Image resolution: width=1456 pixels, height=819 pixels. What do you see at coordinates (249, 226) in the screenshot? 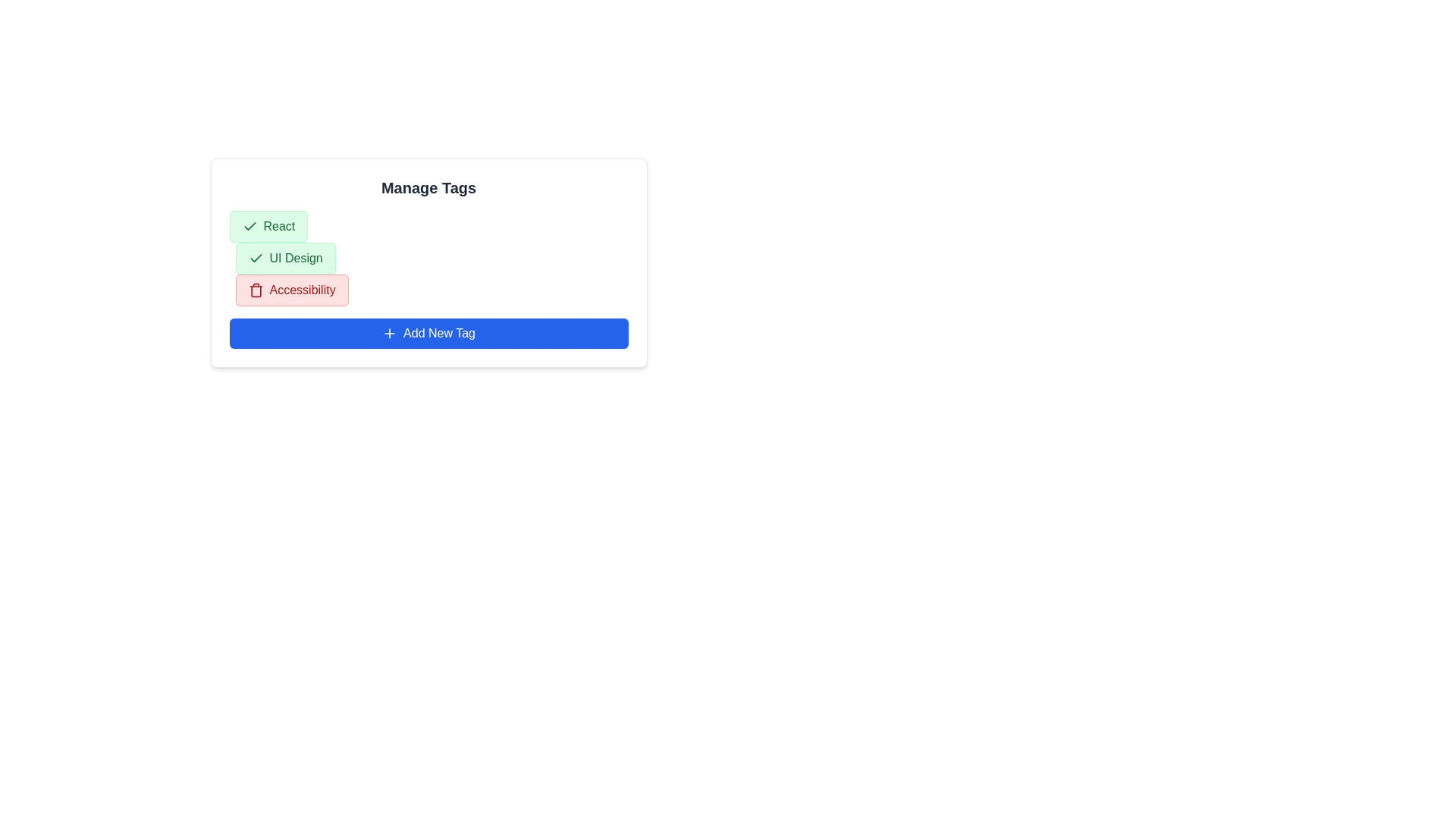
I see `the appearance of the checkmark icon that indicates the 'UI Design' tag is selected, located near the left edge of the green rectangular tag` at bounding box center [249, 226].